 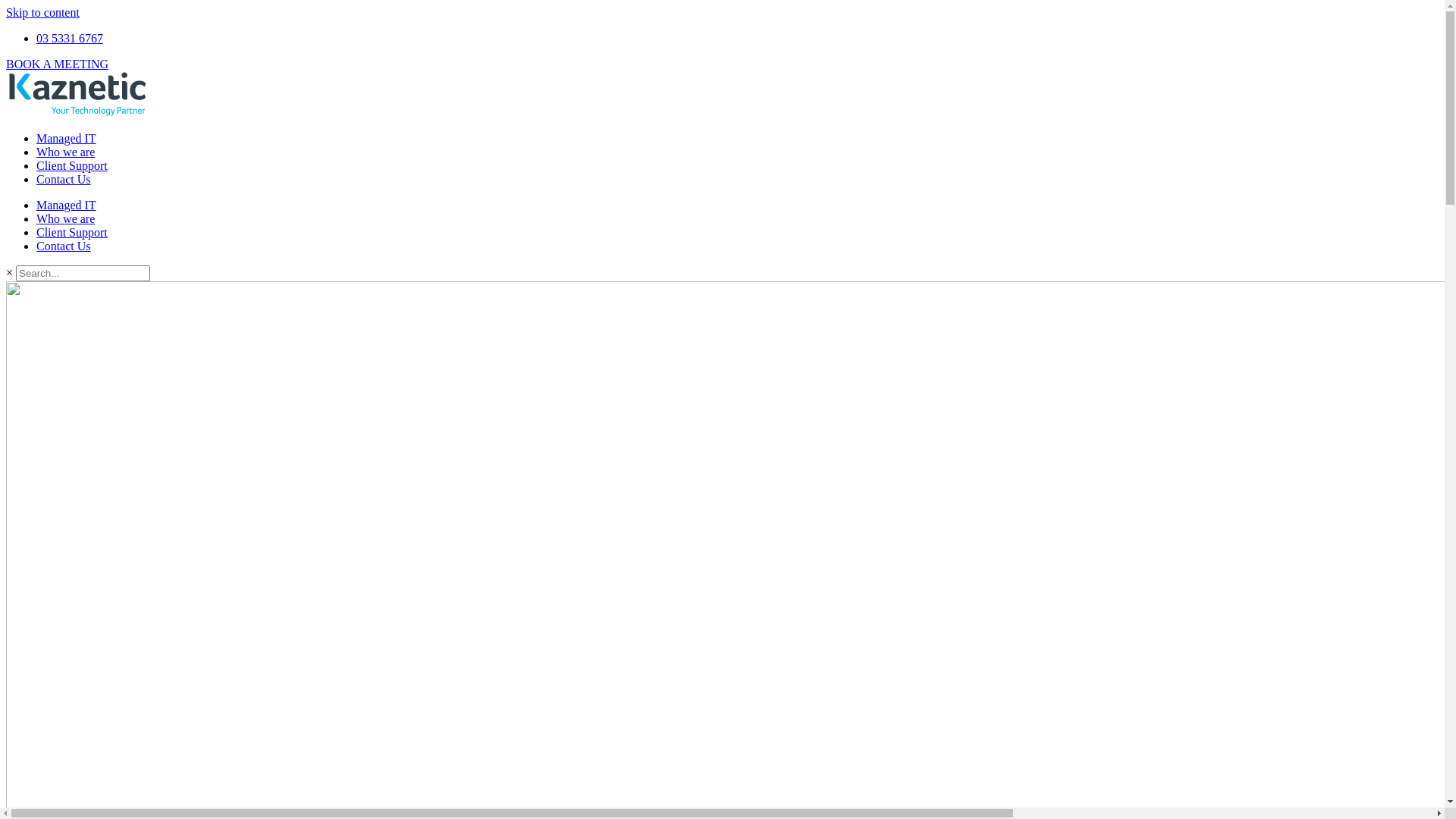 I want to click on 'Managed IT', so click(x=65, y=138).